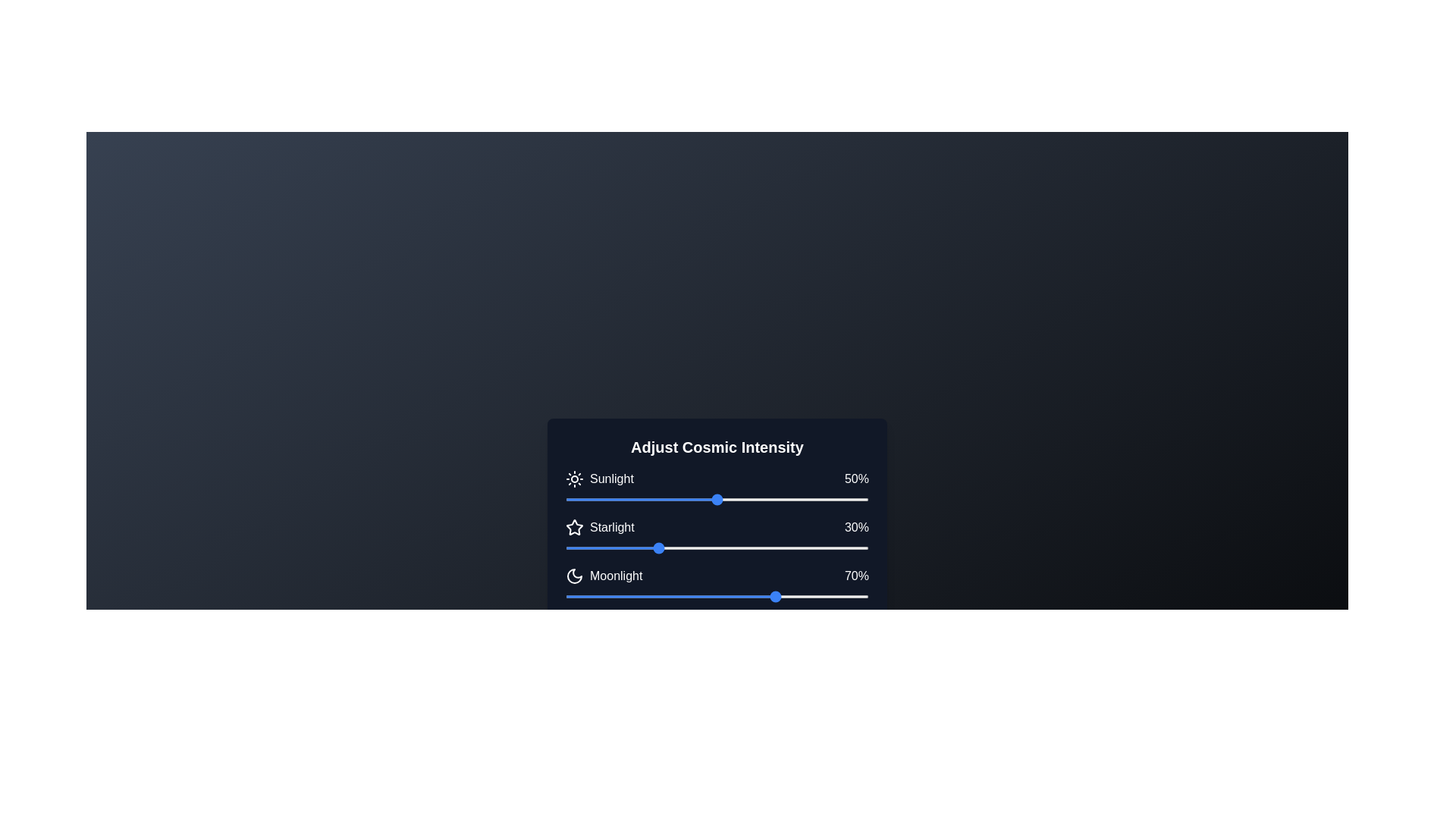 The width and height of the screenshot is (1456, 819). Describe the element at coordinates (567, 500) in the screenshot. I see `the 'Sunlight' slider to 1% intensity` at that location.